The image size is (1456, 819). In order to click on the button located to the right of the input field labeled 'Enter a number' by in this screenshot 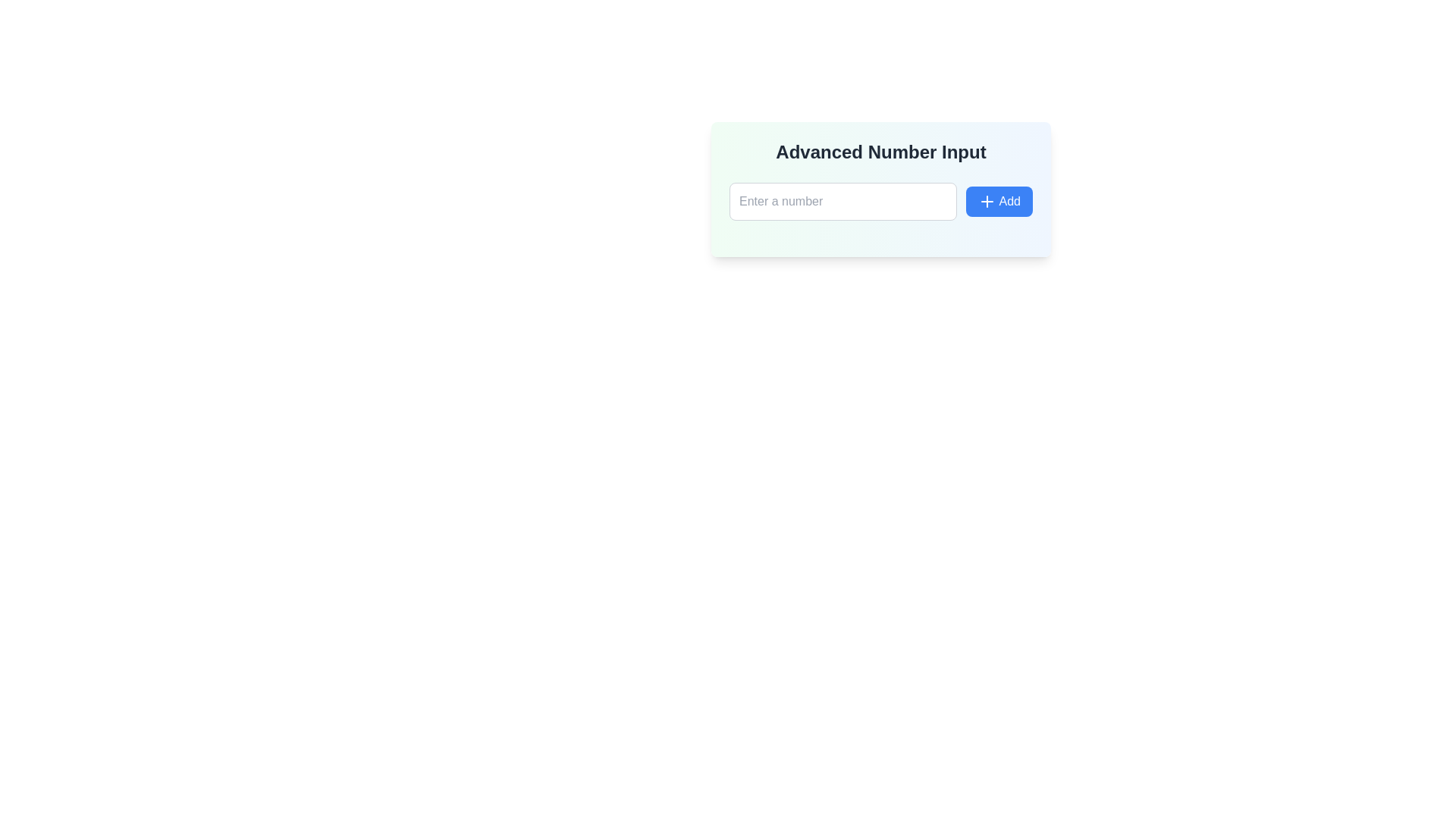, I will do `click(999, 201)`.